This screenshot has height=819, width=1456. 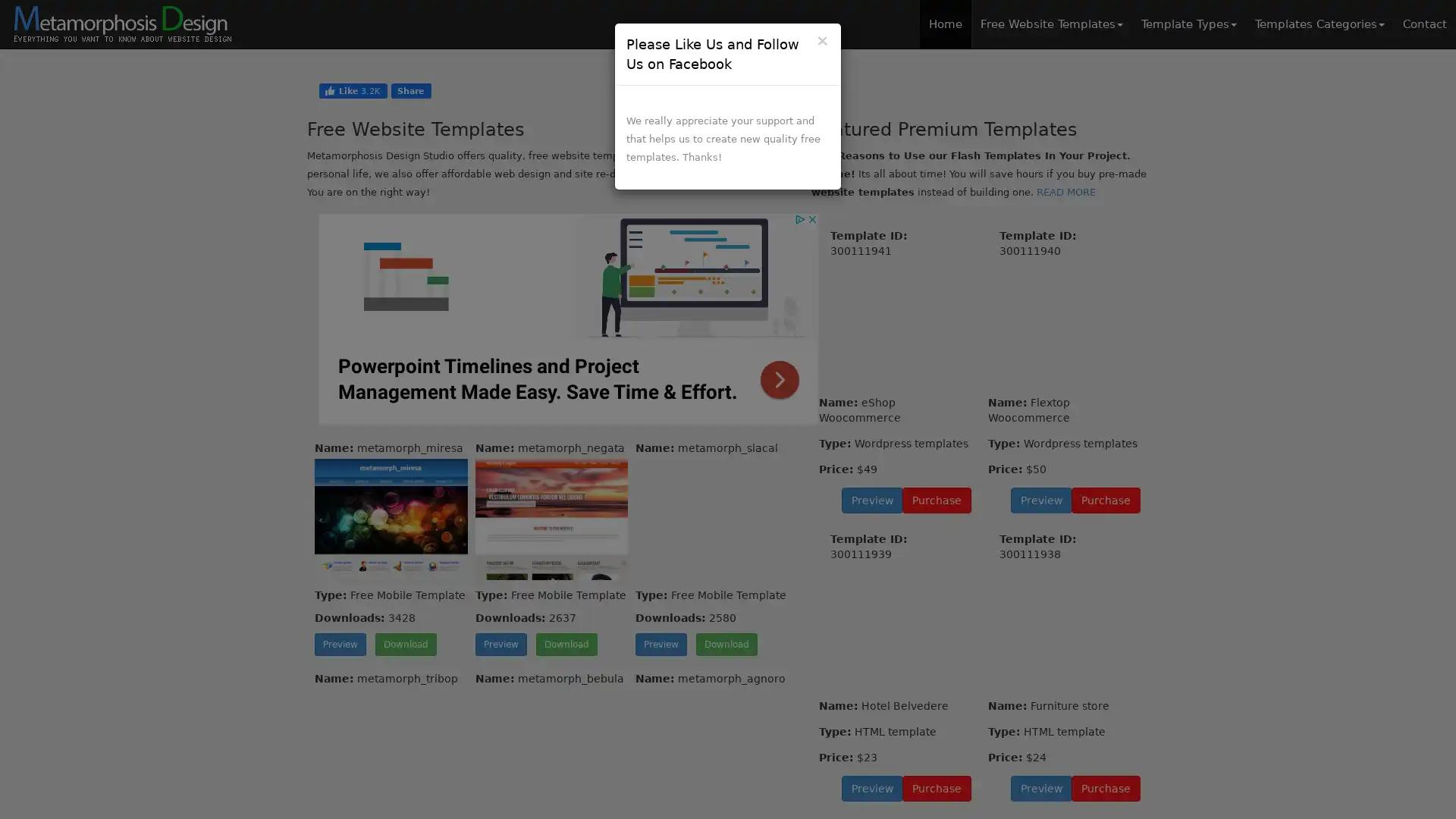 I want to click on Download, so click(x=565, y=644).